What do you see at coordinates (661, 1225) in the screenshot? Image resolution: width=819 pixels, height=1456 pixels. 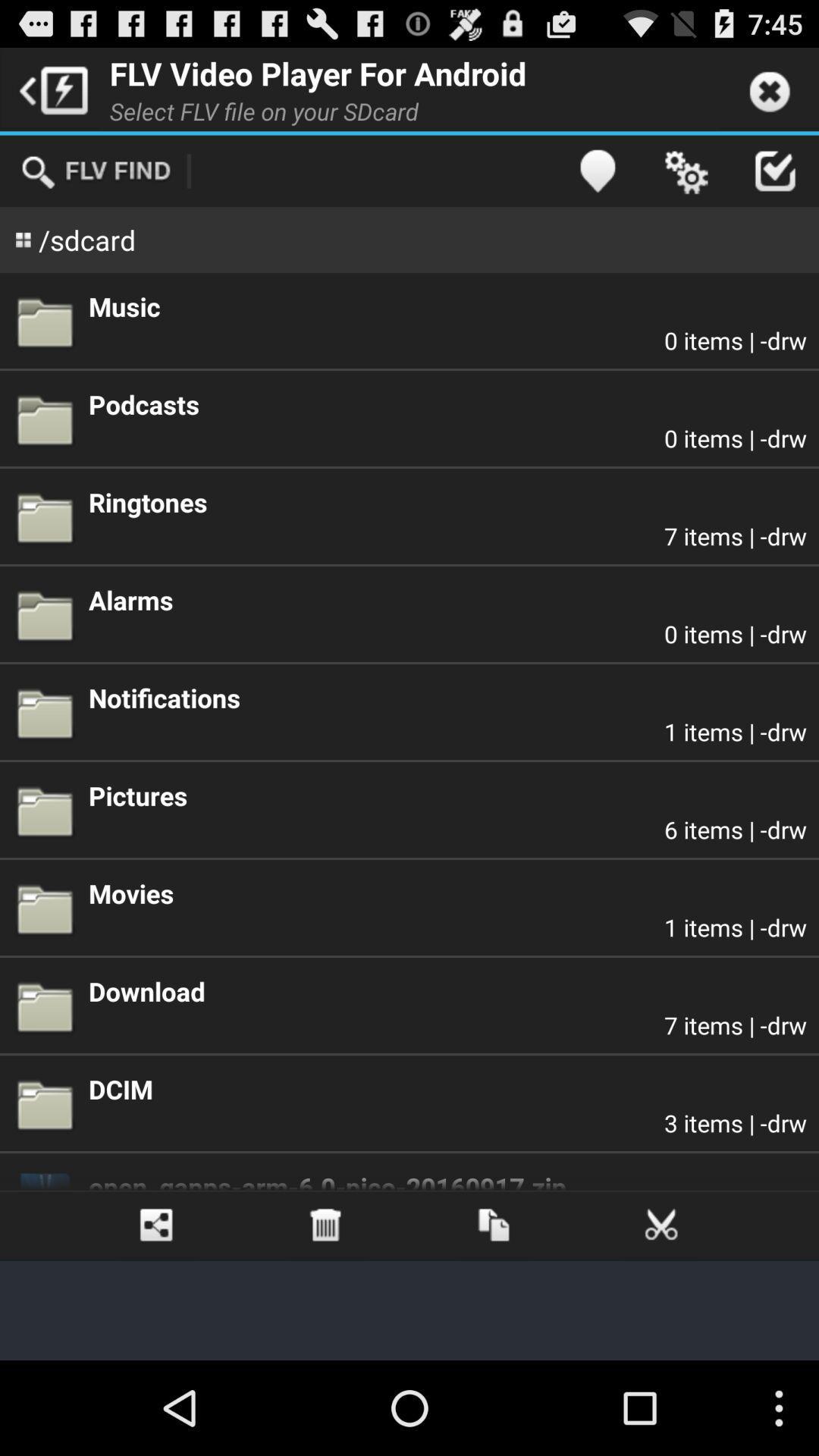 I see `icon below open_gapps arm 6 app` at bounding box center [661, 1225].